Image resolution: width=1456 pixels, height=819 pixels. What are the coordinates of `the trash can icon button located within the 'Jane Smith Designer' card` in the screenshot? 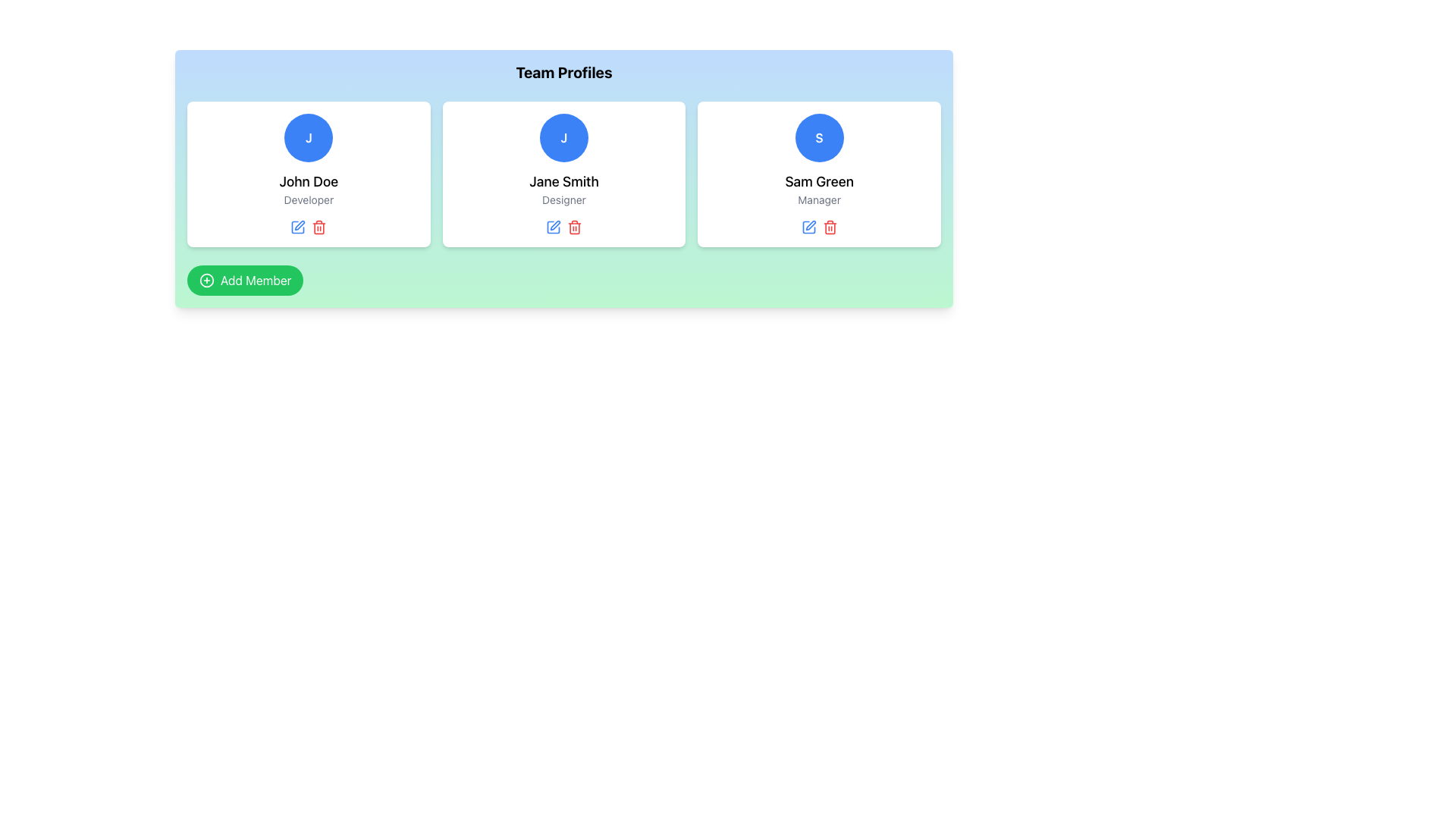 It's located at (574, 228).